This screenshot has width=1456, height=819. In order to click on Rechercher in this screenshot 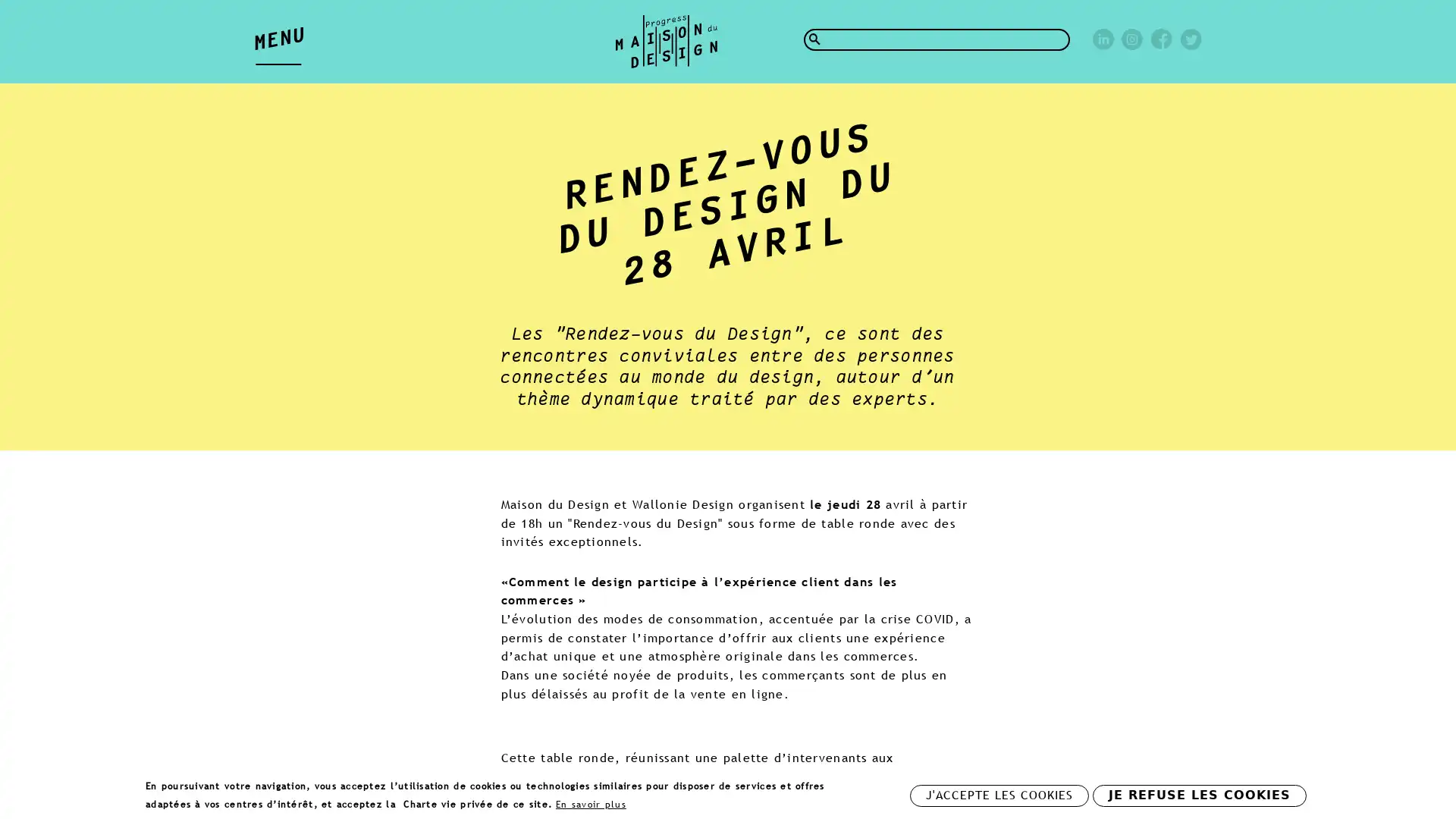, I will do `click(1059, 40)`.